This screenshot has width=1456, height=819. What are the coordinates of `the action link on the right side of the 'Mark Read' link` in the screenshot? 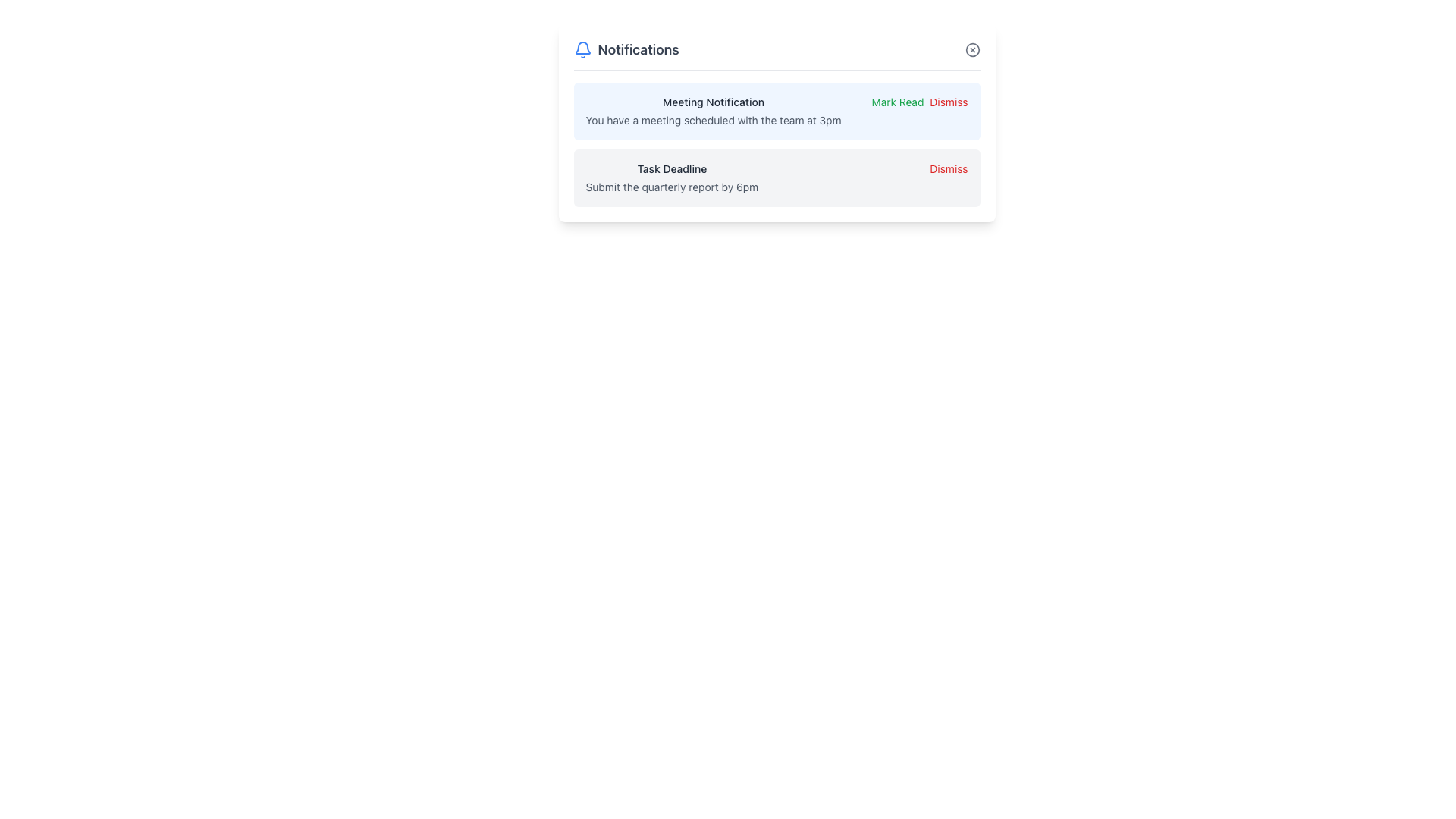 It's located at (948, 102).